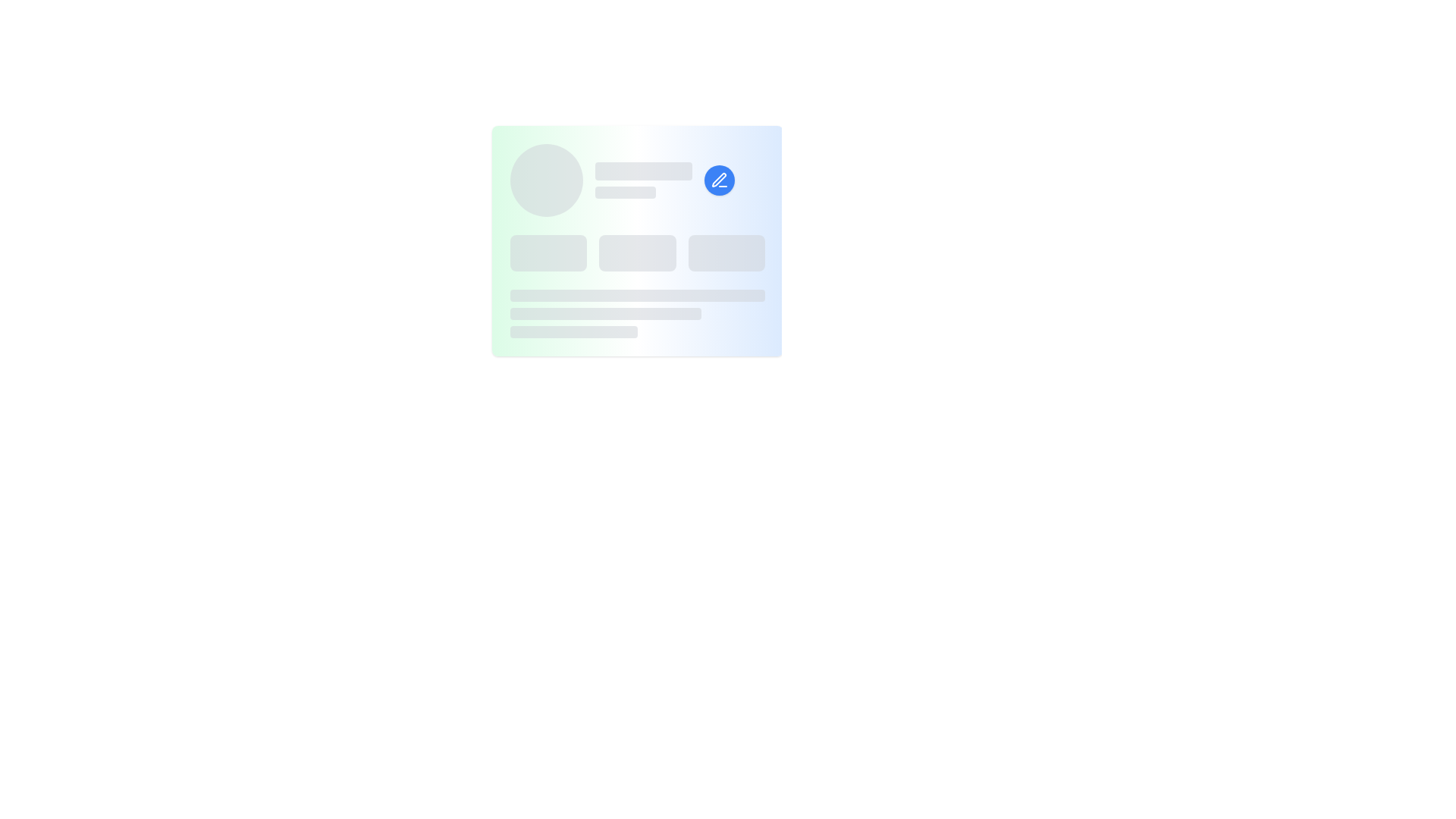 Image resolution: width=1456 pixels, height=819 pixels. Describe the element at coordinates (726, 253) in the screenshot. I see `the Placeholder element located in the bottom-right slot of the three-column grid layout, which serves as a decorative block or loading state` at that location.